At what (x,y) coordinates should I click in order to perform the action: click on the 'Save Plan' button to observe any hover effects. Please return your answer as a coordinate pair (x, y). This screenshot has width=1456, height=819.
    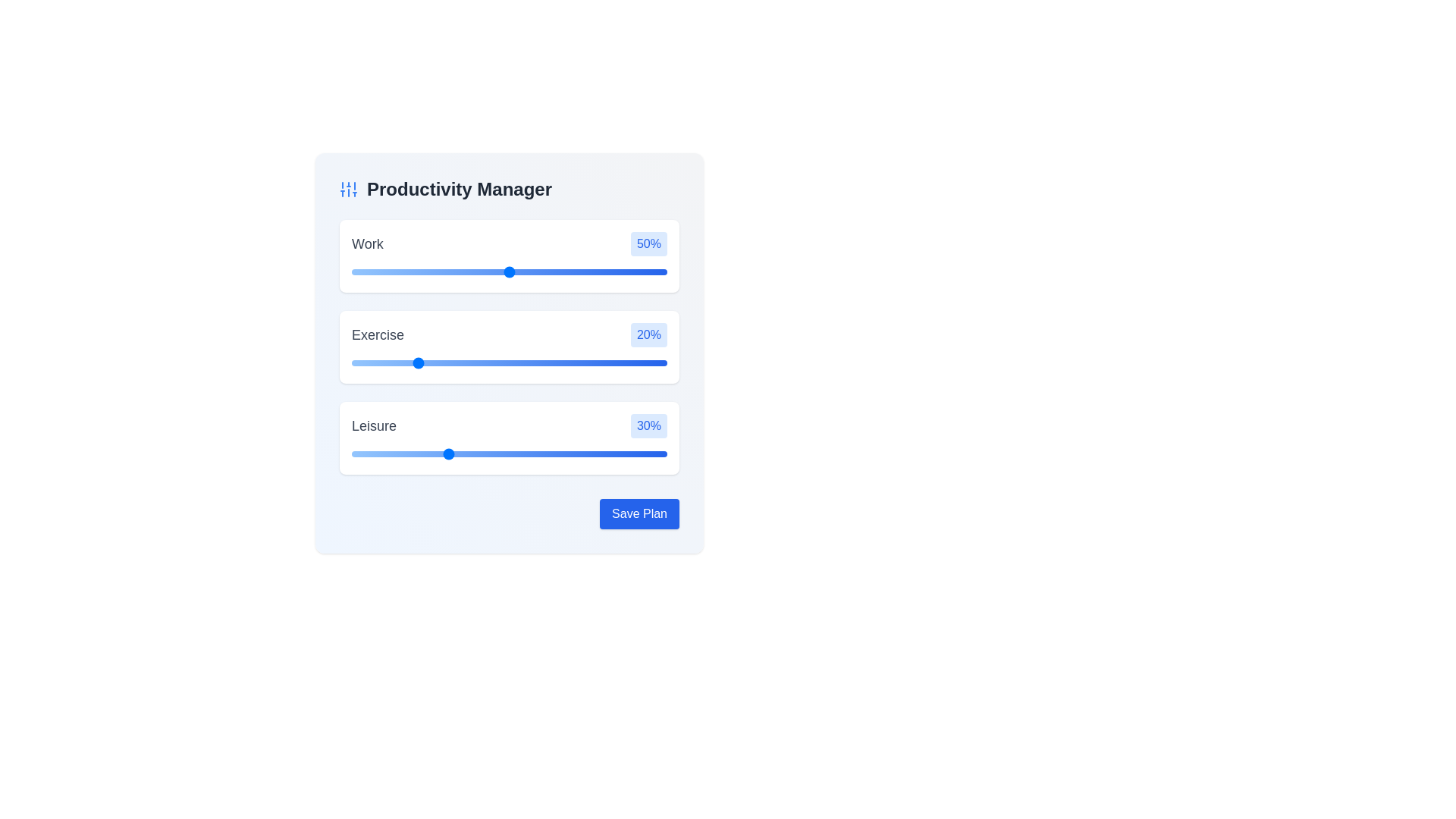
    Looking at the image, I should click on (639, 513).